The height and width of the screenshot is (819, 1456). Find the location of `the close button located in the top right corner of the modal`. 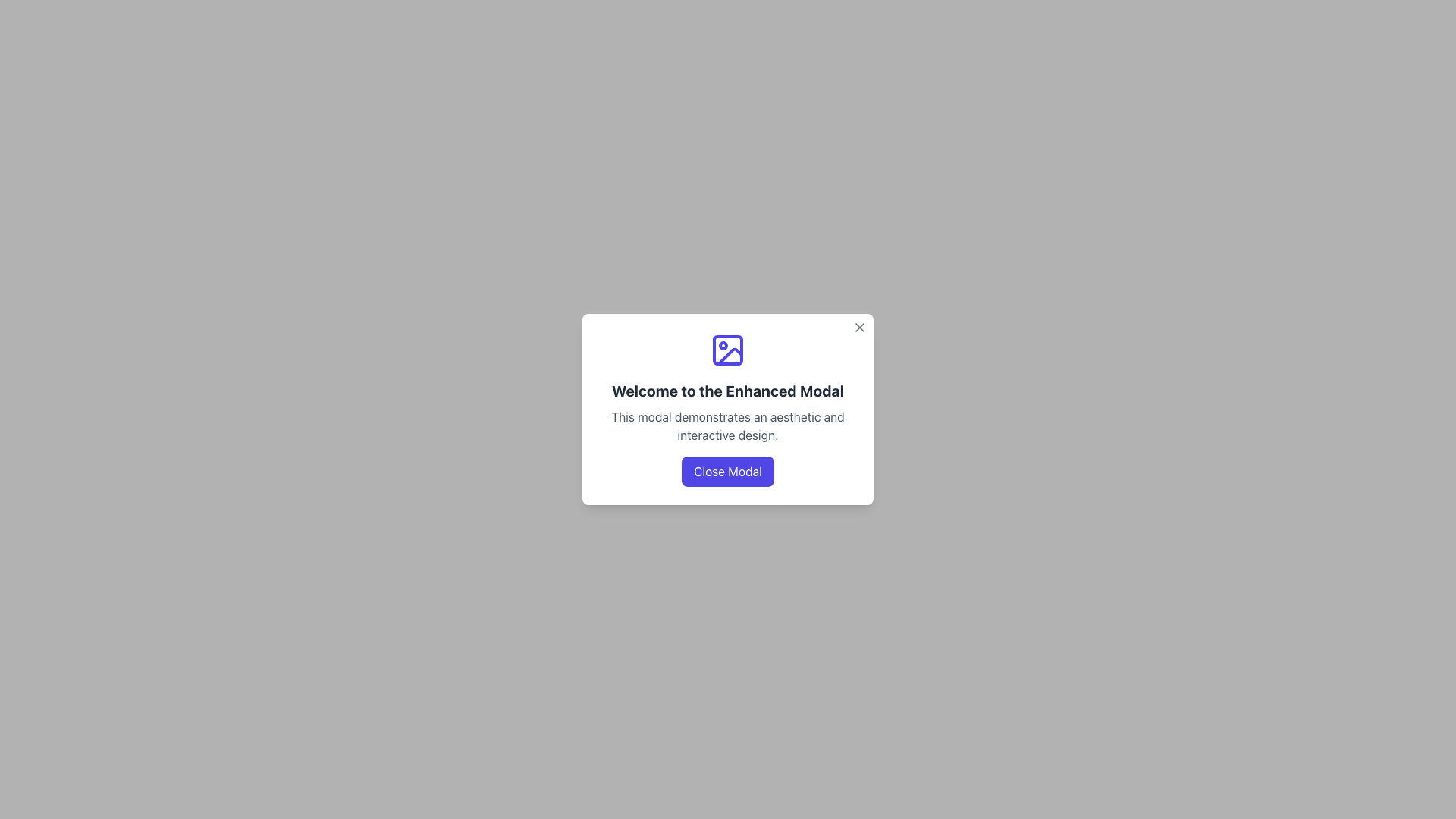

the close button located in the top right corner of the modal is located at coordinates (859, 327).